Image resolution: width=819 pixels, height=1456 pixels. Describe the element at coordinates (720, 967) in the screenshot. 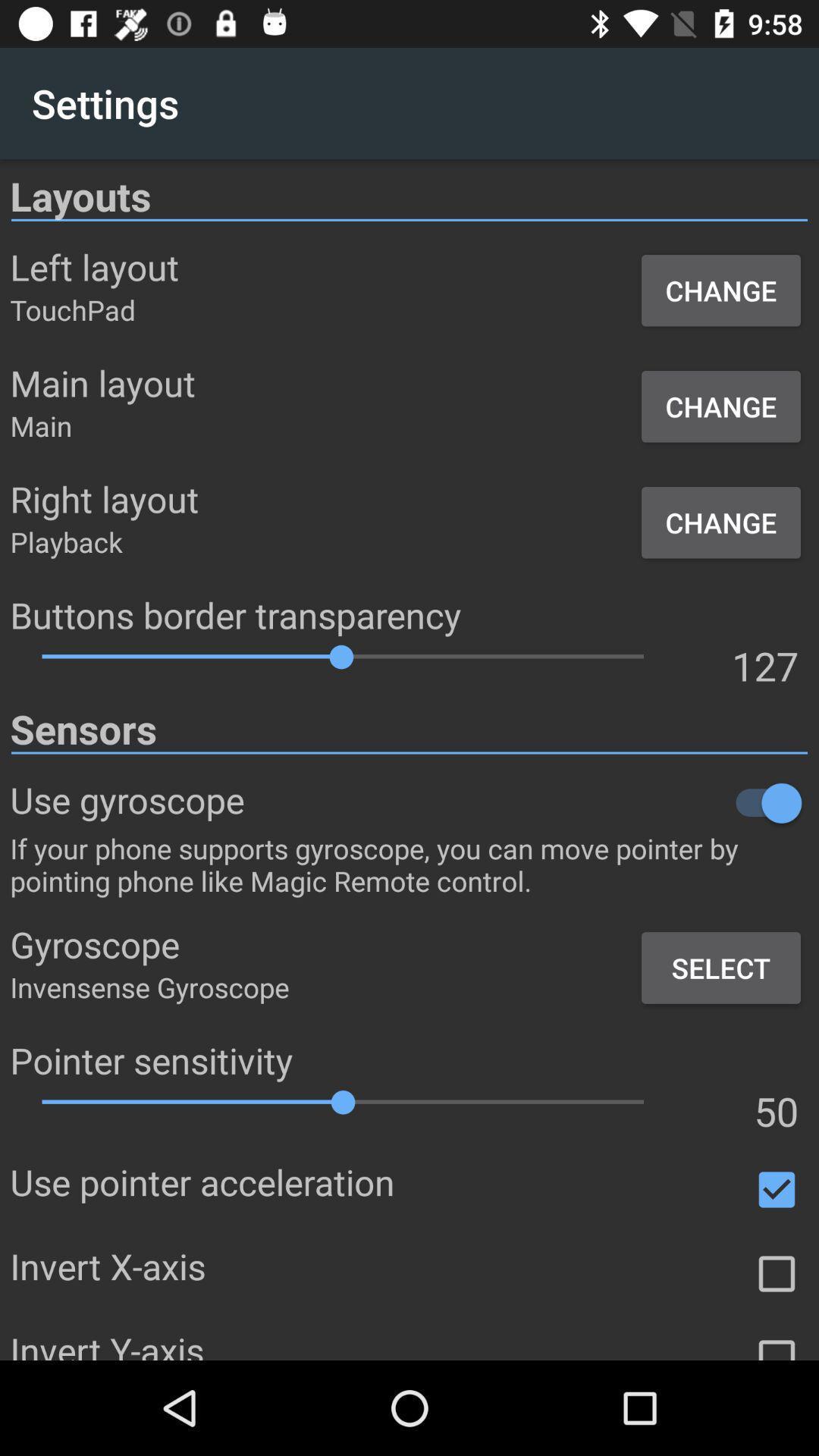

I see `the select item` at that location.